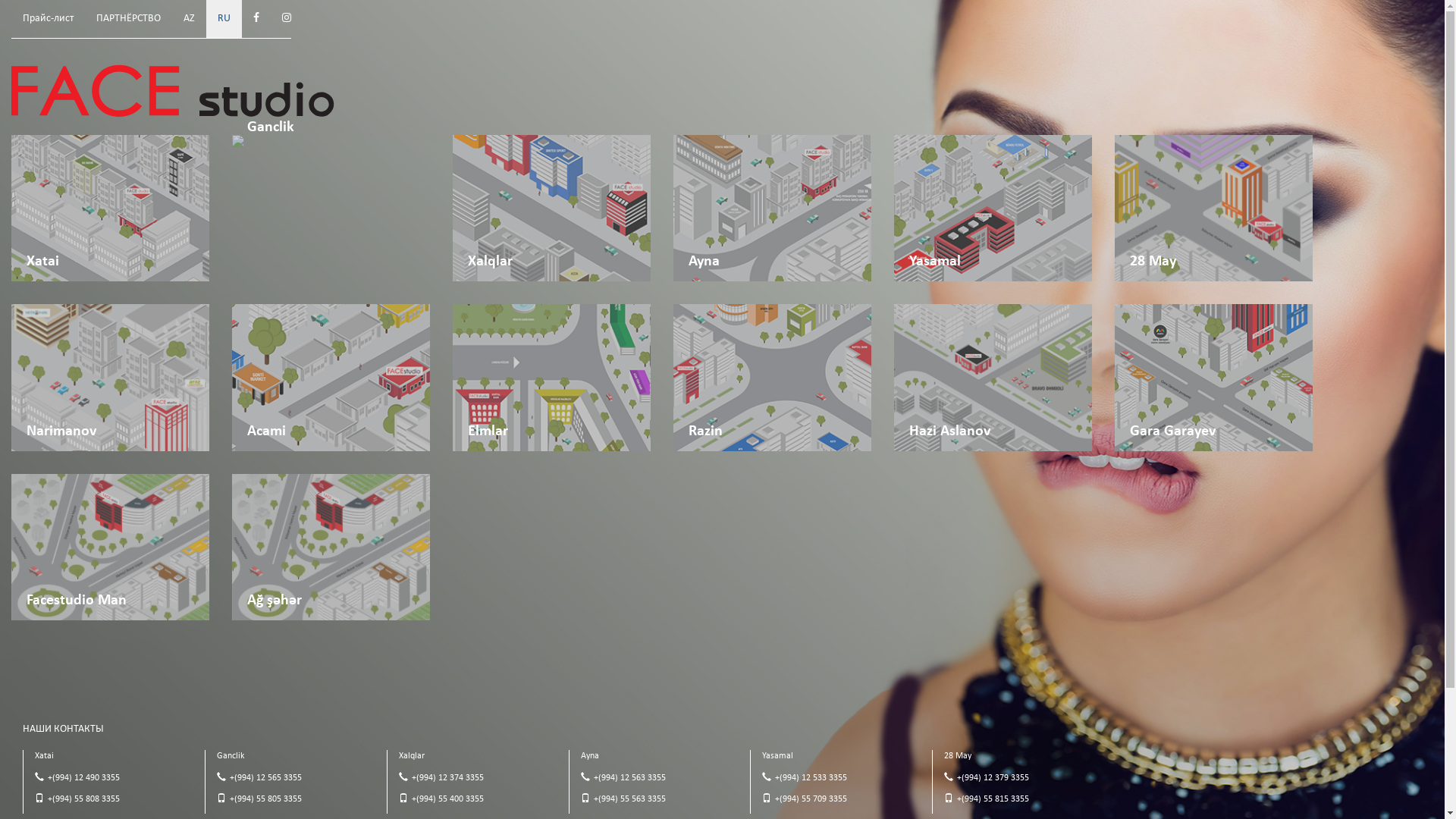  What do you see at coordinates (231, 376) in the screenshot?
I see `'Acami'` at bounding box center [231, 376].